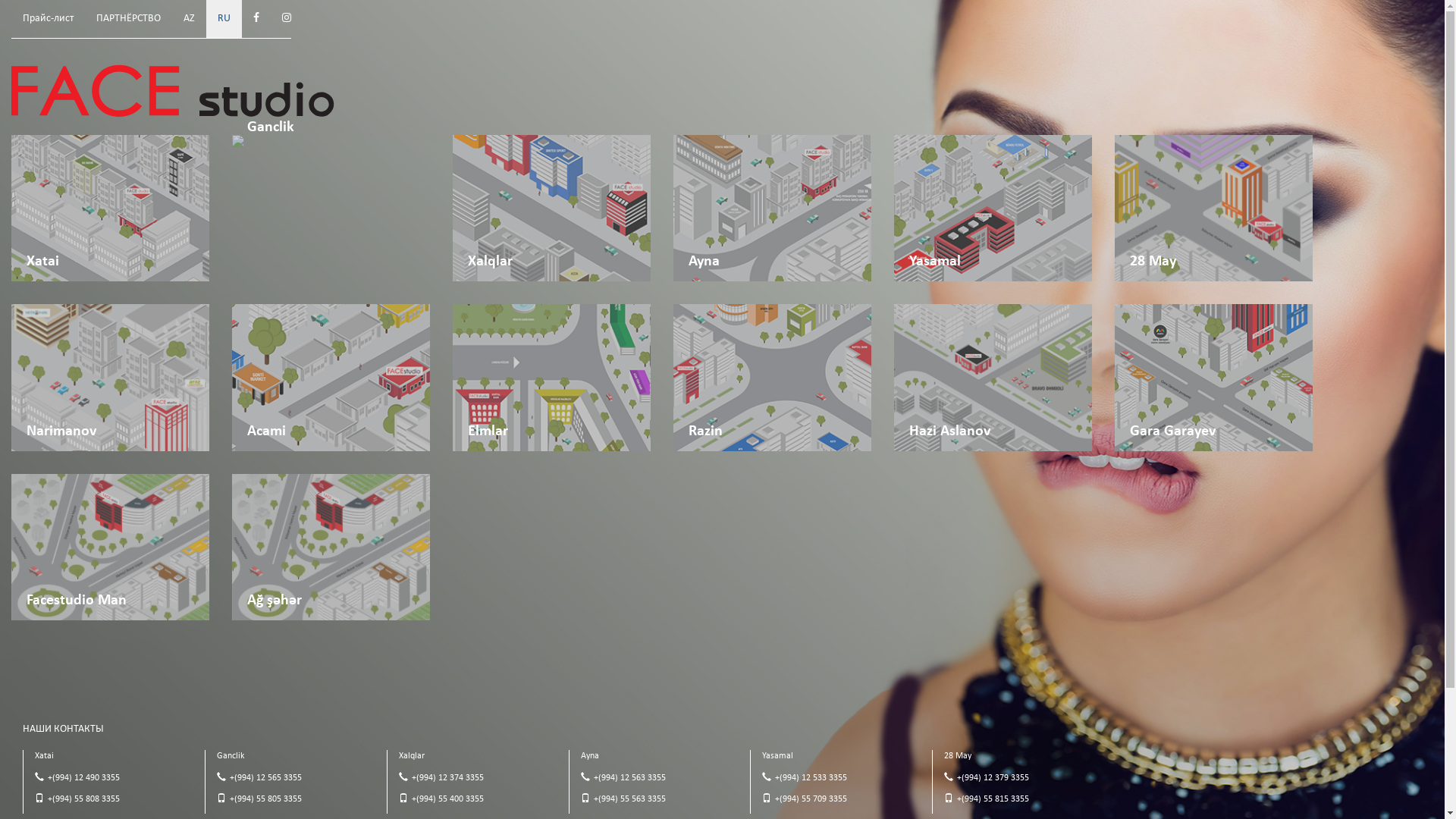  What do you see at coordinates (231, 376) in the screenshot?
I see `'Acami'` at bounding box center [231, 376].